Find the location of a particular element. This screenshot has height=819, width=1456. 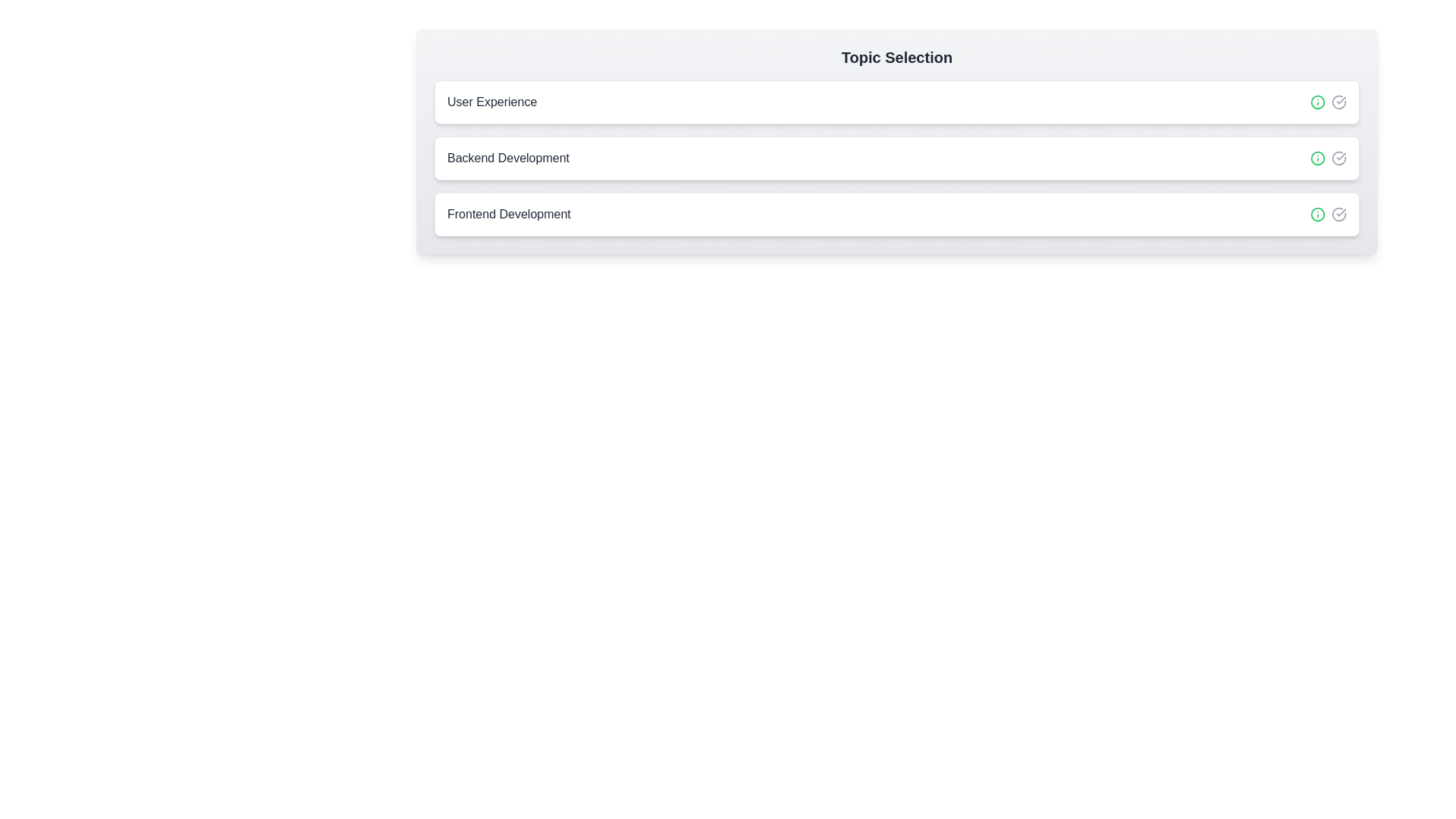

the chip labeled 'Backend Development' to observe the hover effect is located at coordinates (896, 158).